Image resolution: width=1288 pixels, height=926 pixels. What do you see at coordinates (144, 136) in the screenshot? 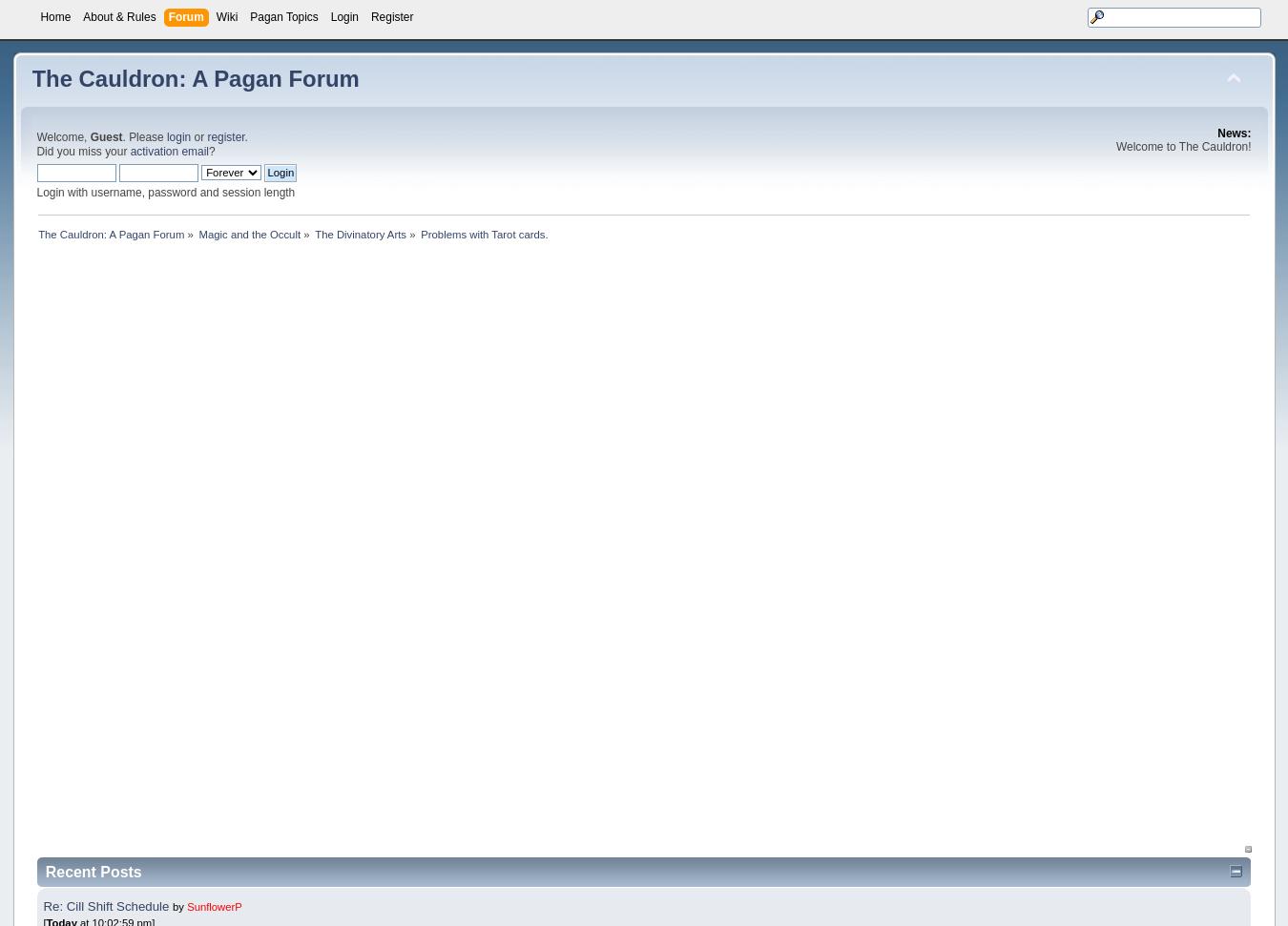
I see `'. Please'` at bounding box center [144, 136].